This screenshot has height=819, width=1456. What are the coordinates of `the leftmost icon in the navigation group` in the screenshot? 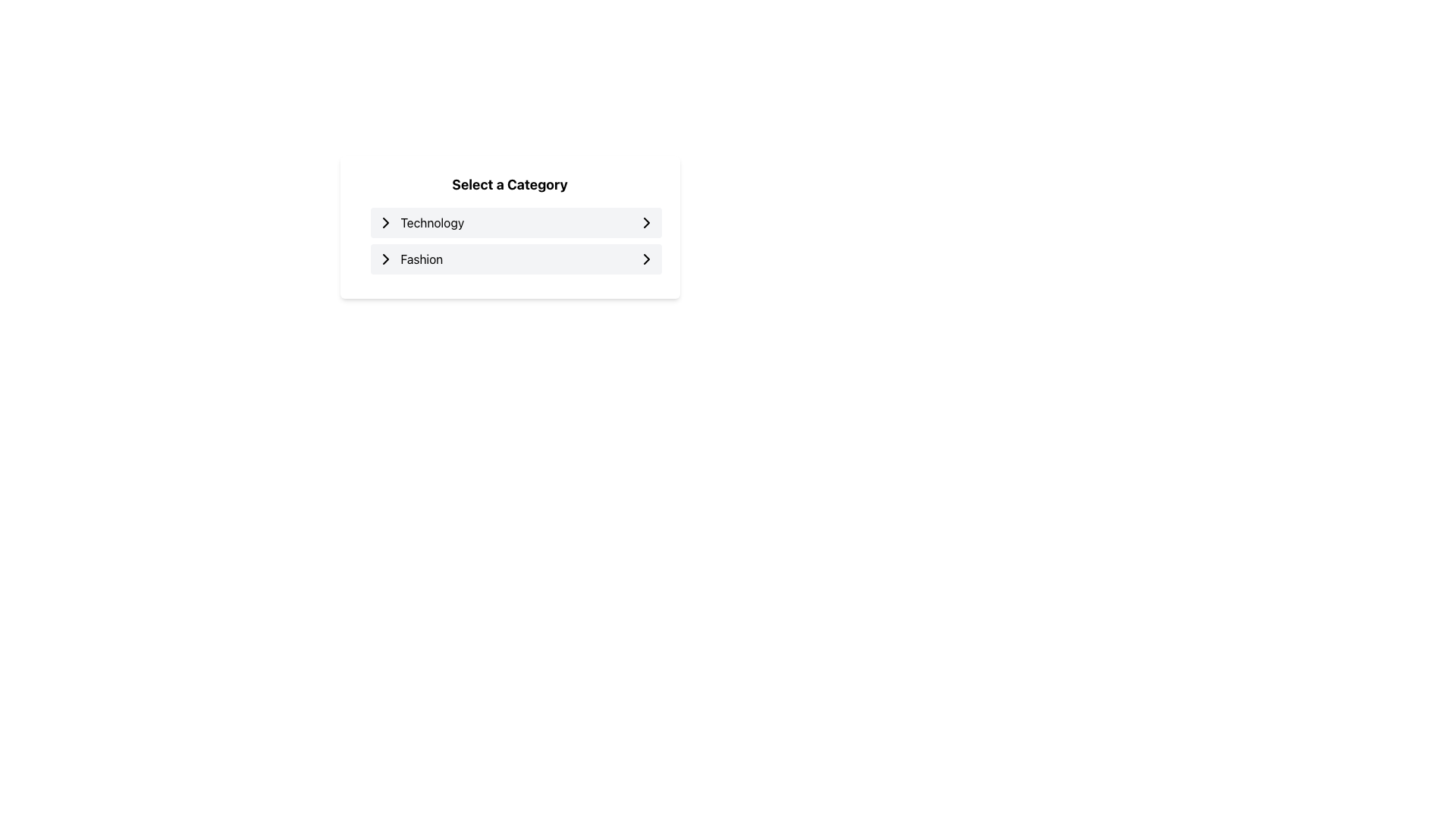 It's located at (385, 222).